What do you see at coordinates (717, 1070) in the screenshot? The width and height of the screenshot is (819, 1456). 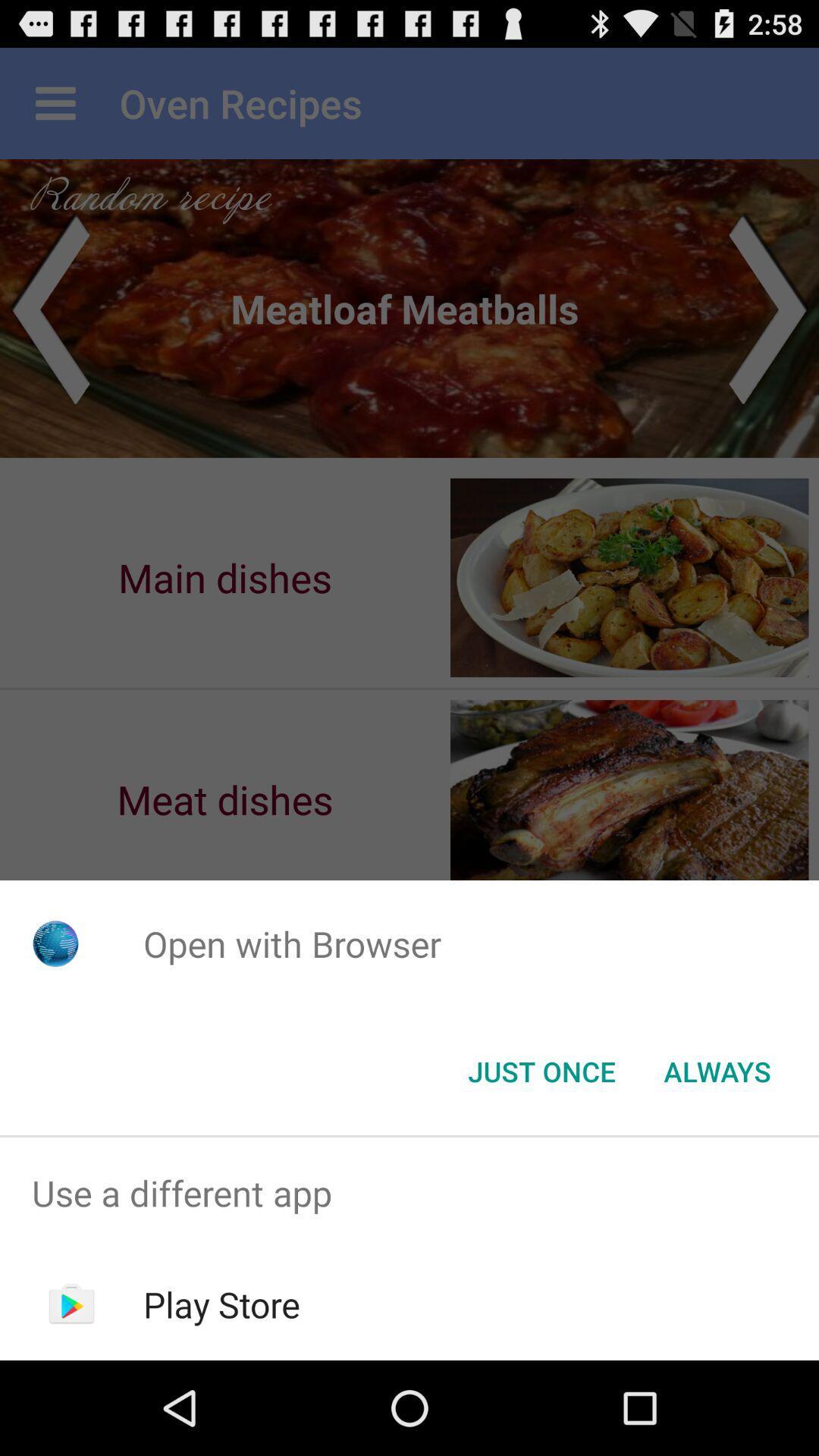 I see `the button next to the just once` at bounding box center [717, 1070].